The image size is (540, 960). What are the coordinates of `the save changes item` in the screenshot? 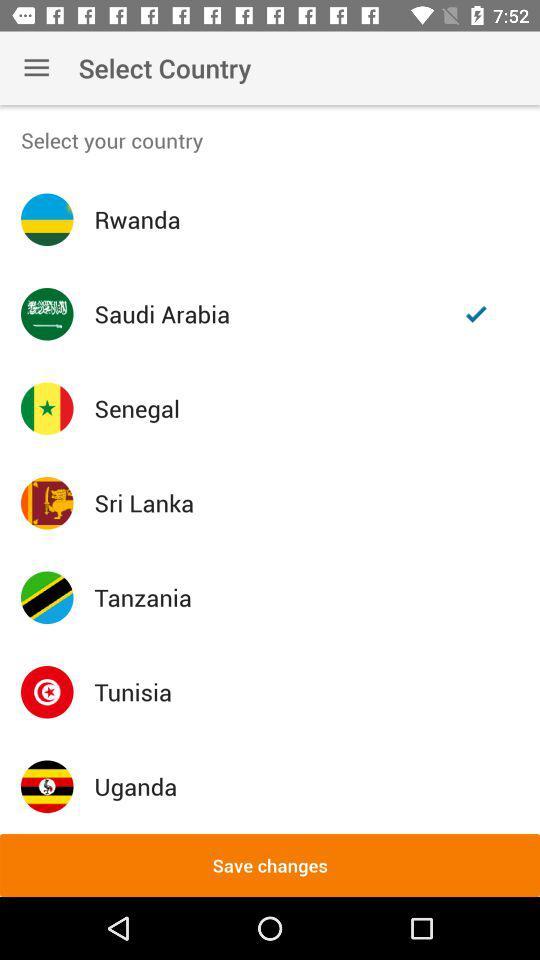 It's located at (270, 864).